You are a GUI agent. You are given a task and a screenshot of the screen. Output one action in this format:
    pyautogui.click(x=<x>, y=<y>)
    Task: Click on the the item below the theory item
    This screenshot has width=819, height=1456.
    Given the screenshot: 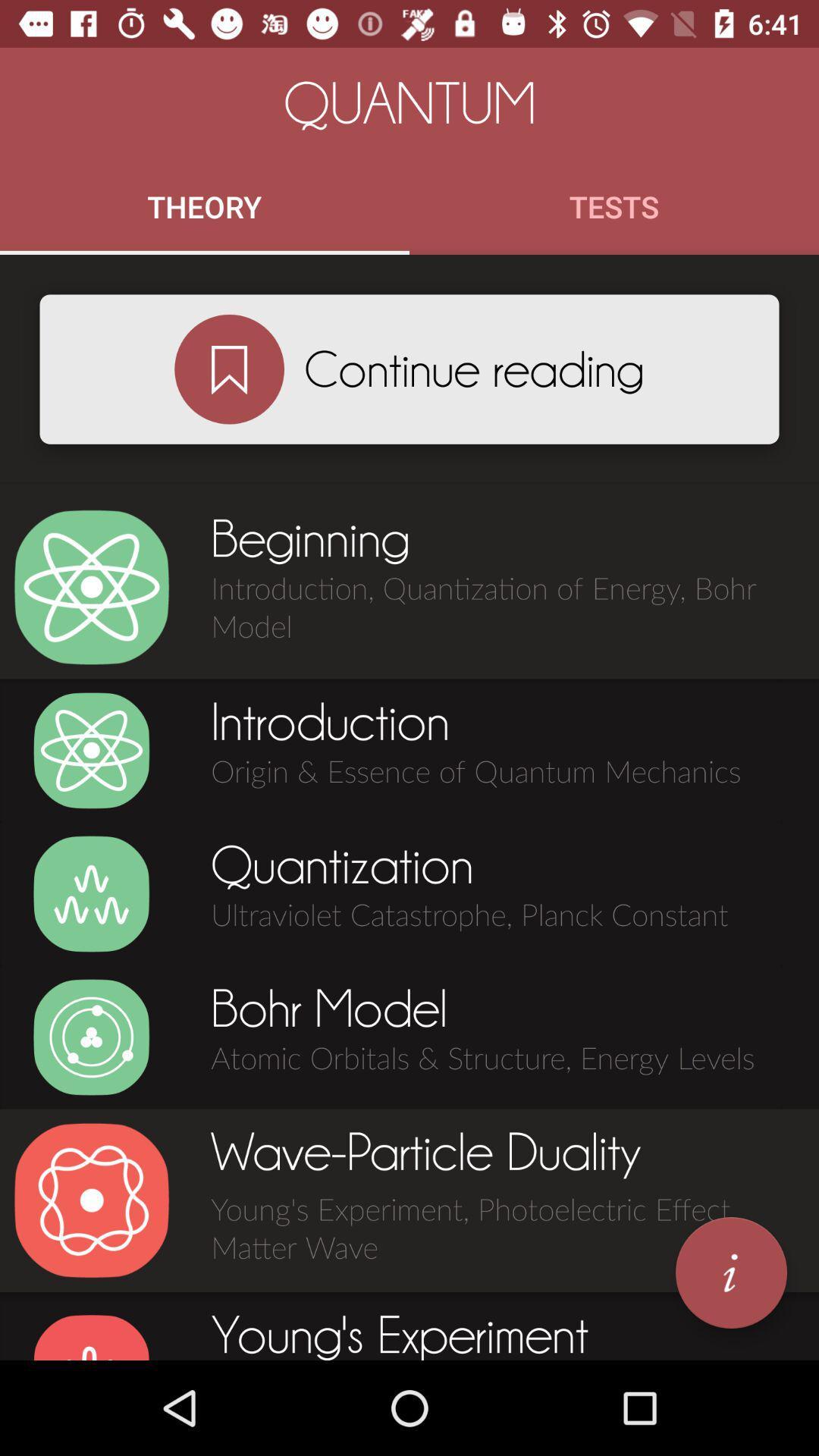 What is the action you would take?
    pyautogui.click(x=229, y=369)
    